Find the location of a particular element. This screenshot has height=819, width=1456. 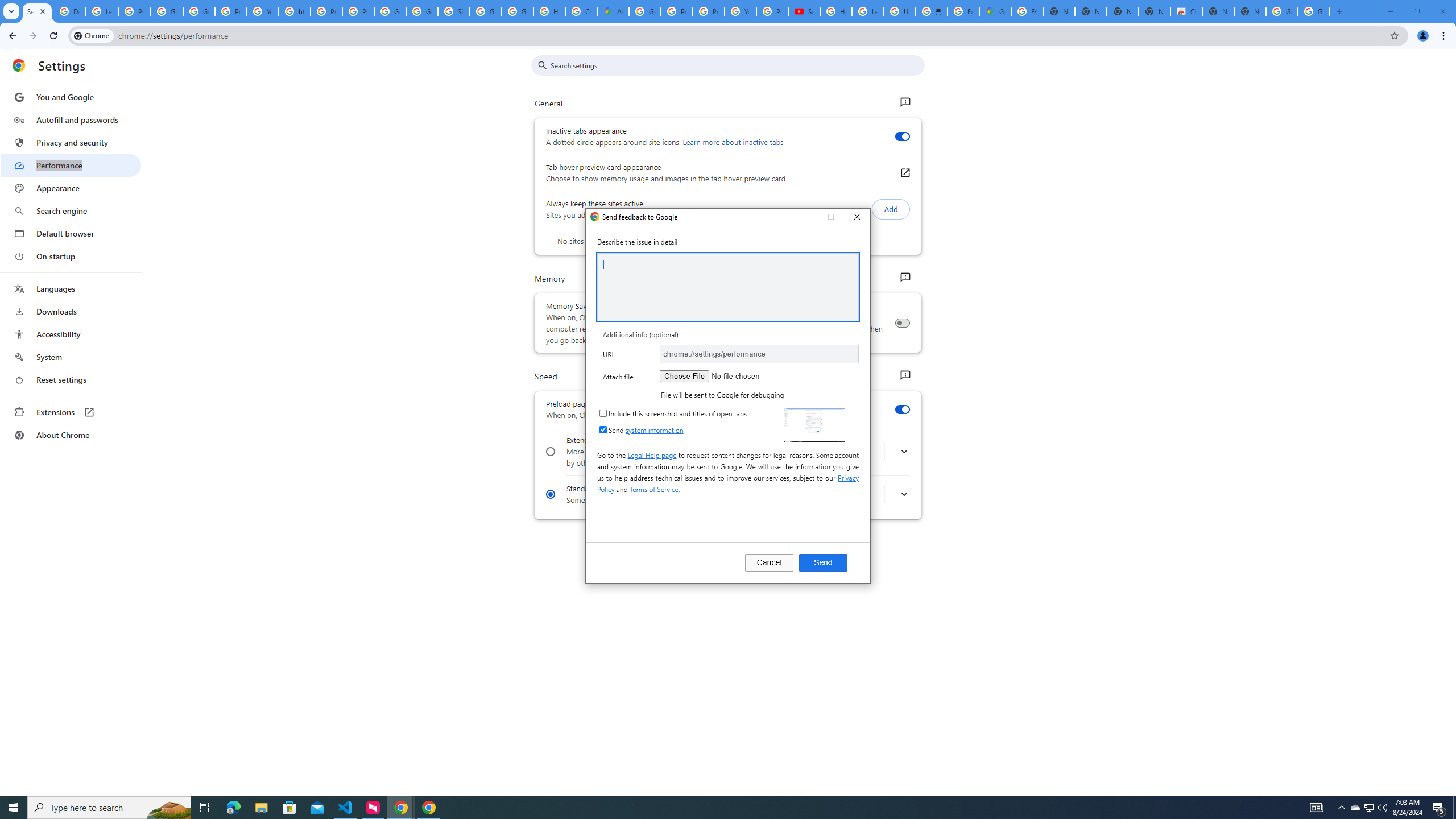

'Type here to search' is located at coordinates (109, 806).